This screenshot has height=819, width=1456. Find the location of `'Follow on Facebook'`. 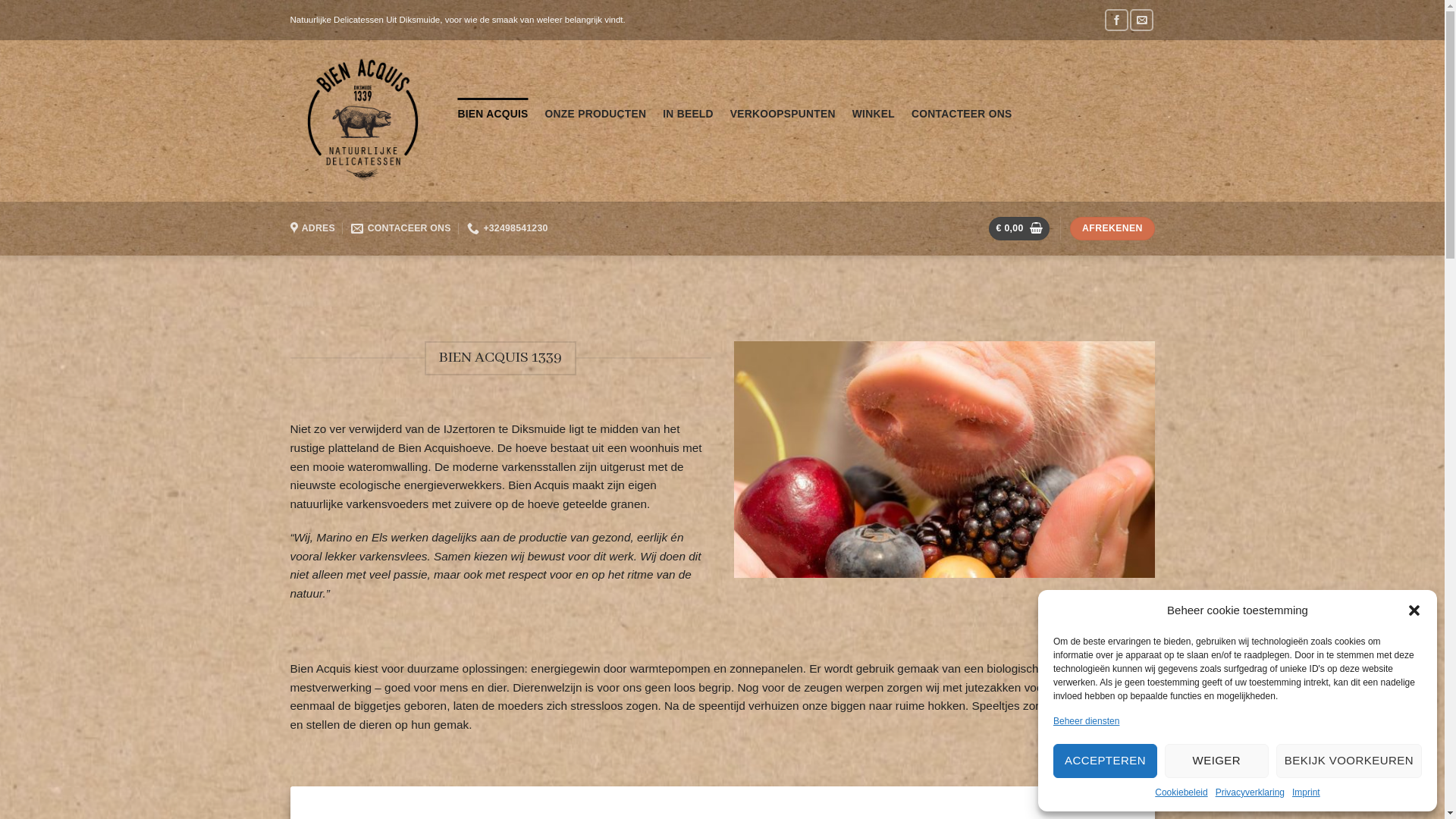

'Follow on Facebook' is located at coordinates (1105, 20).